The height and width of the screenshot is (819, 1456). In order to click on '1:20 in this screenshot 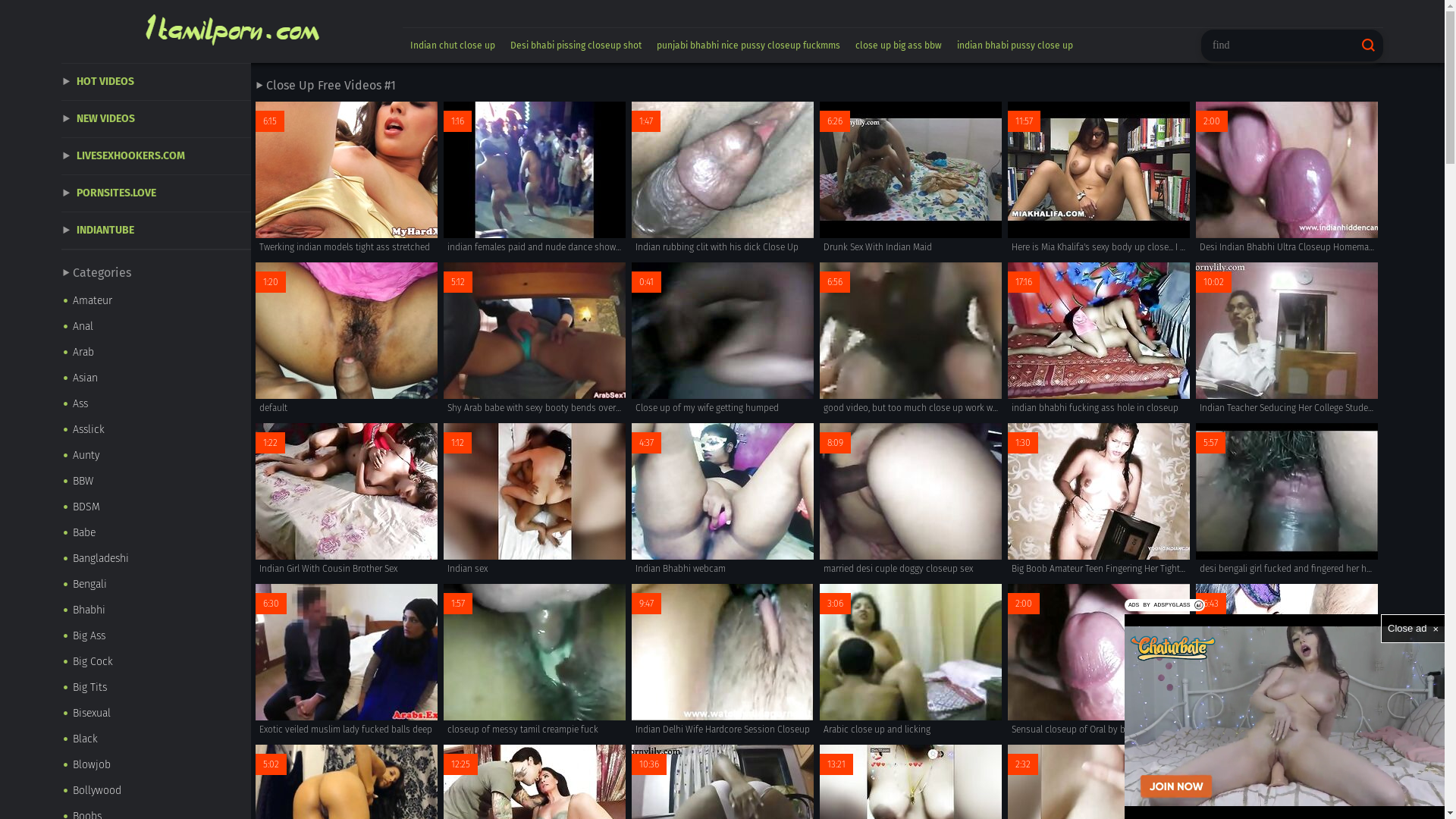, I will do `click(345, 338)`.